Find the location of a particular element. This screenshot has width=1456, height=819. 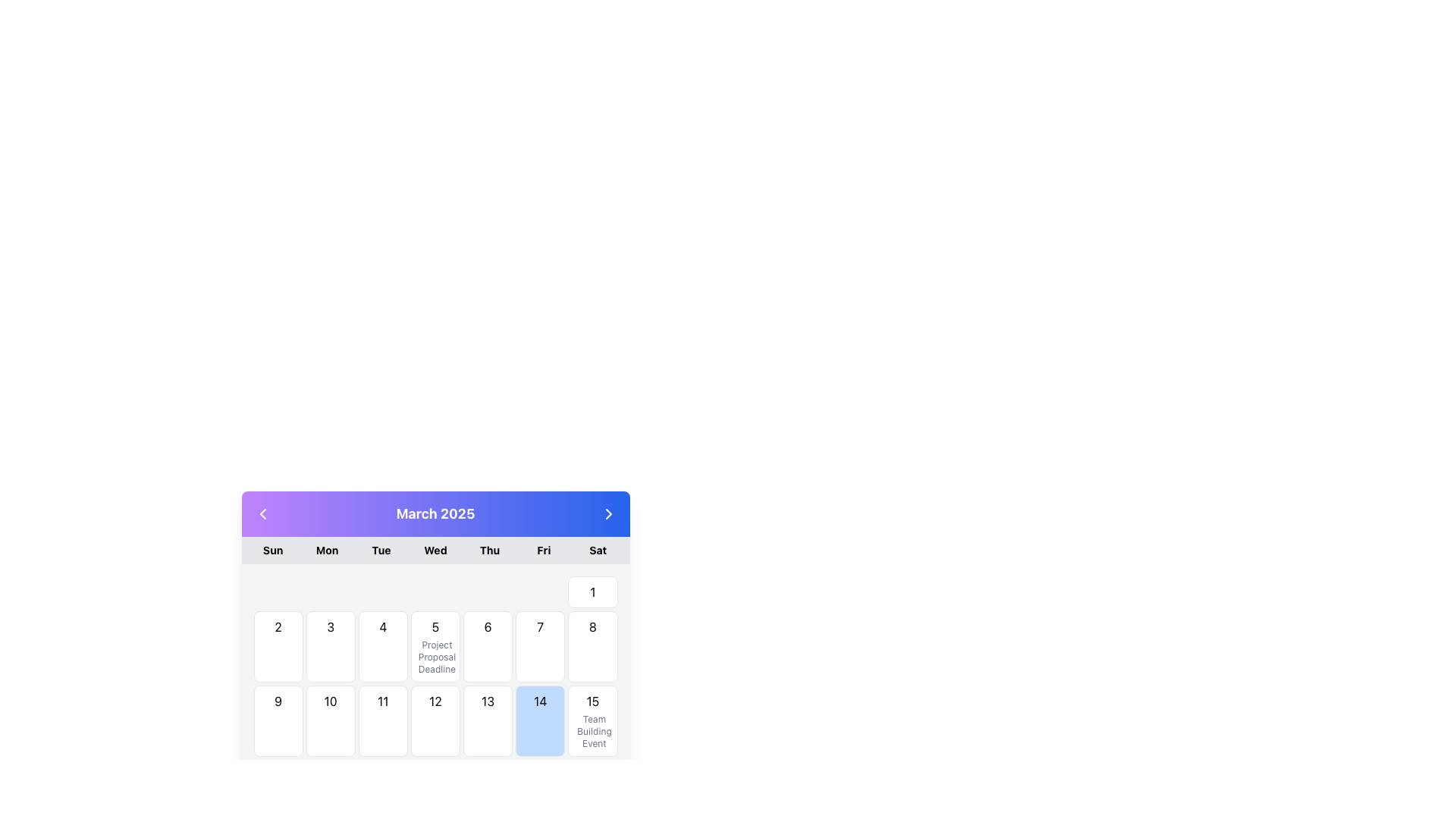

the button labeled '1' in the calendar grid is located at coordinates (592, 591).